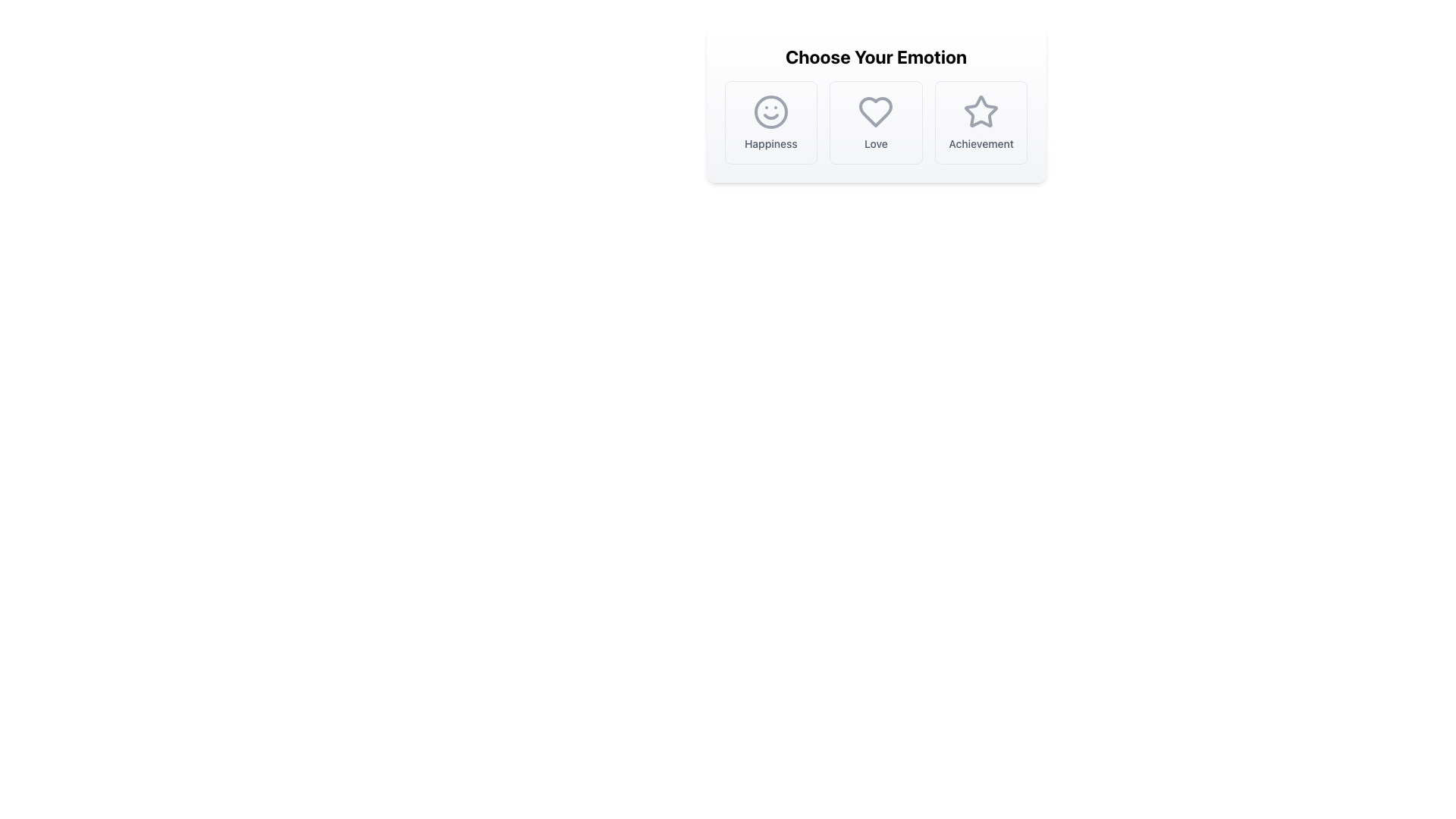  Describe the element at coordinates (770, 122) in the screenshot. I see `the Interactive selection box for 'Happiness', which features a smiling face icon and is located in the first column of a grid layout` at that location.